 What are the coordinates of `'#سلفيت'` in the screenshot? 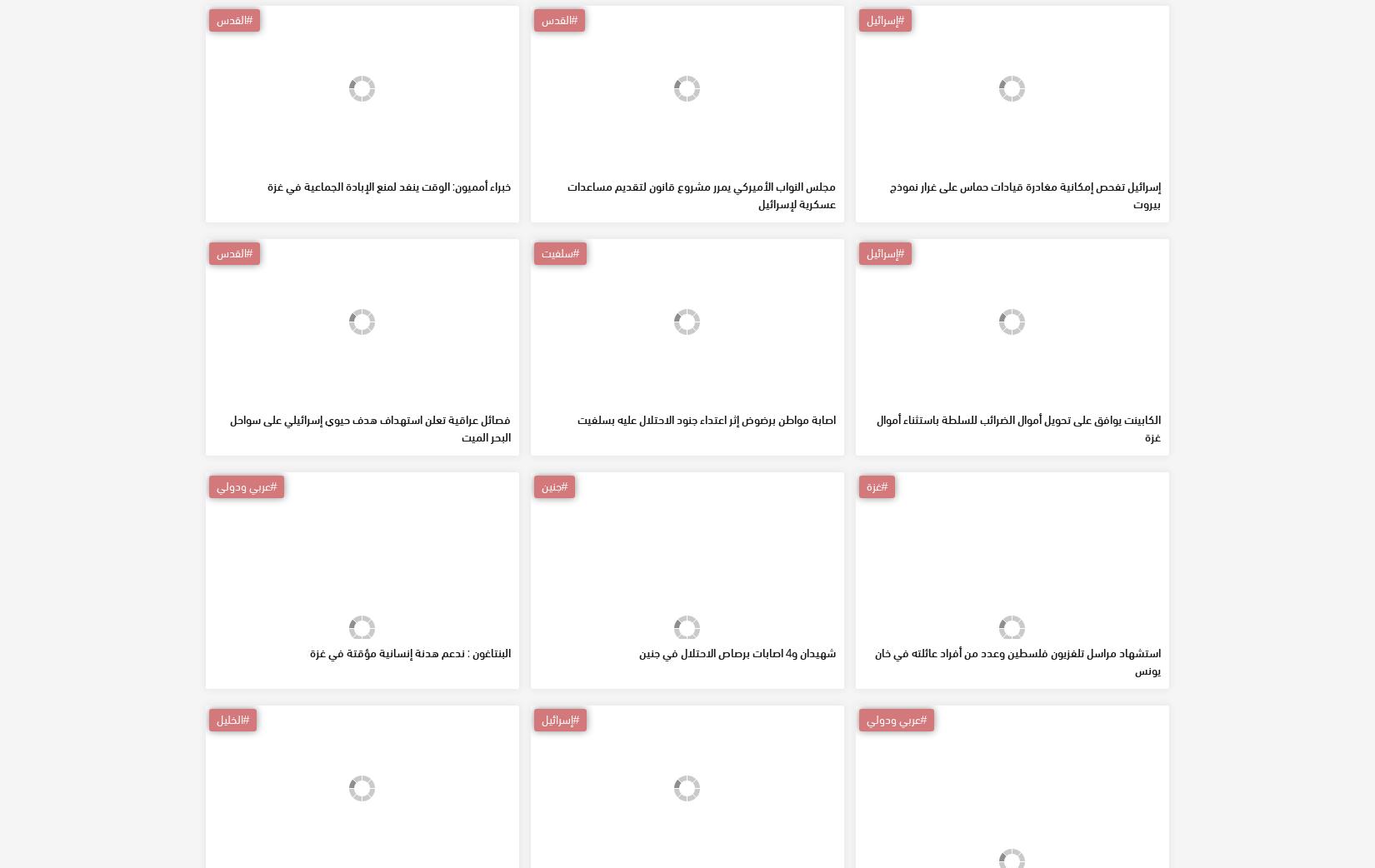 It's located at (539, 372).